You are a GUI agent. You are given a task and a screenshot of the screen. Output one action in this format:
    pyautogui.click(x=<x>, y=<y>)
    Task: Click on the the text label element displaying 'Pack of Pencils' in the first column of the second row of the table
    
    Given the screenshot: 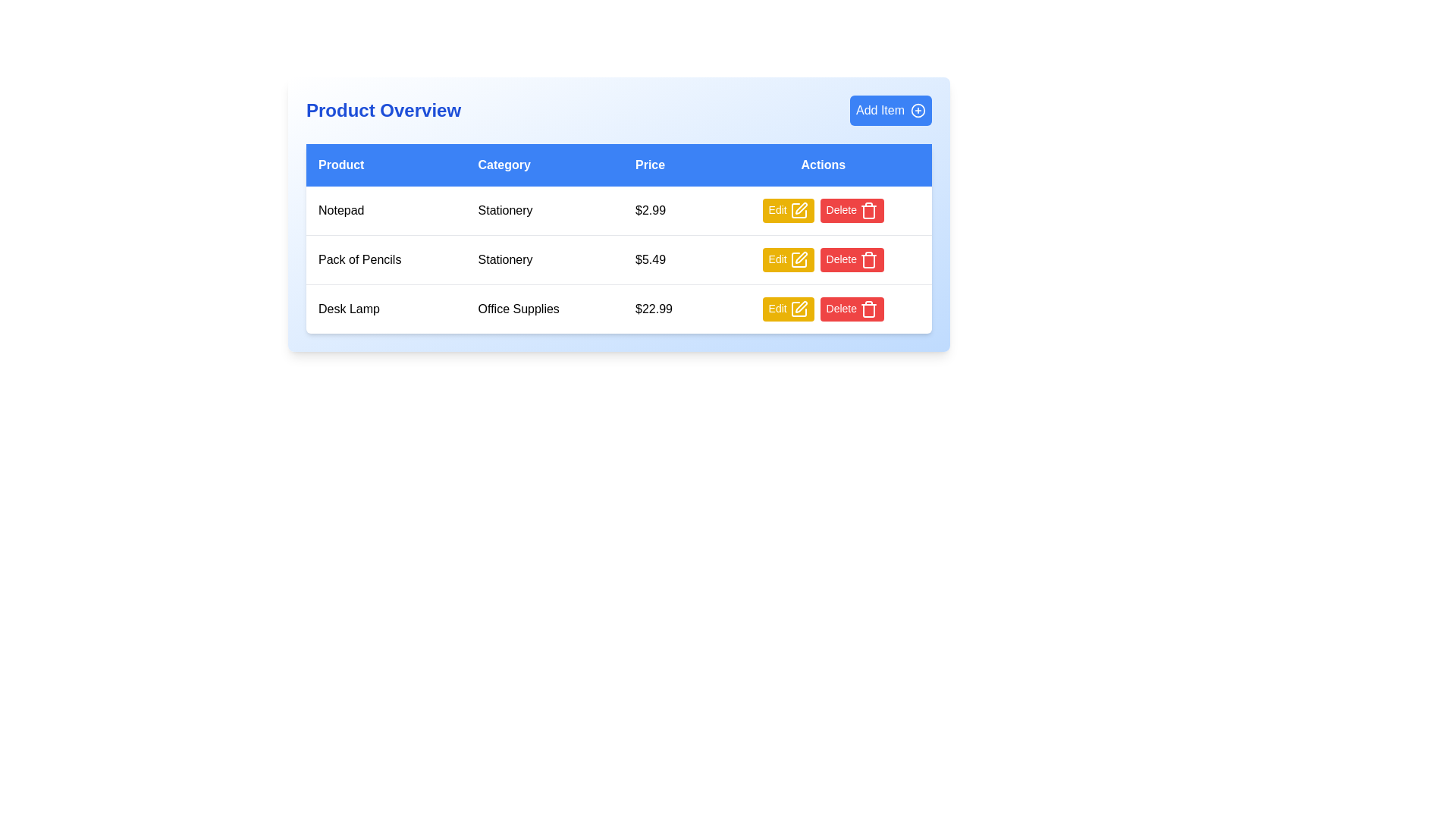 What is the action you would take?
    pyautogui.click(x=386, y=259)
    